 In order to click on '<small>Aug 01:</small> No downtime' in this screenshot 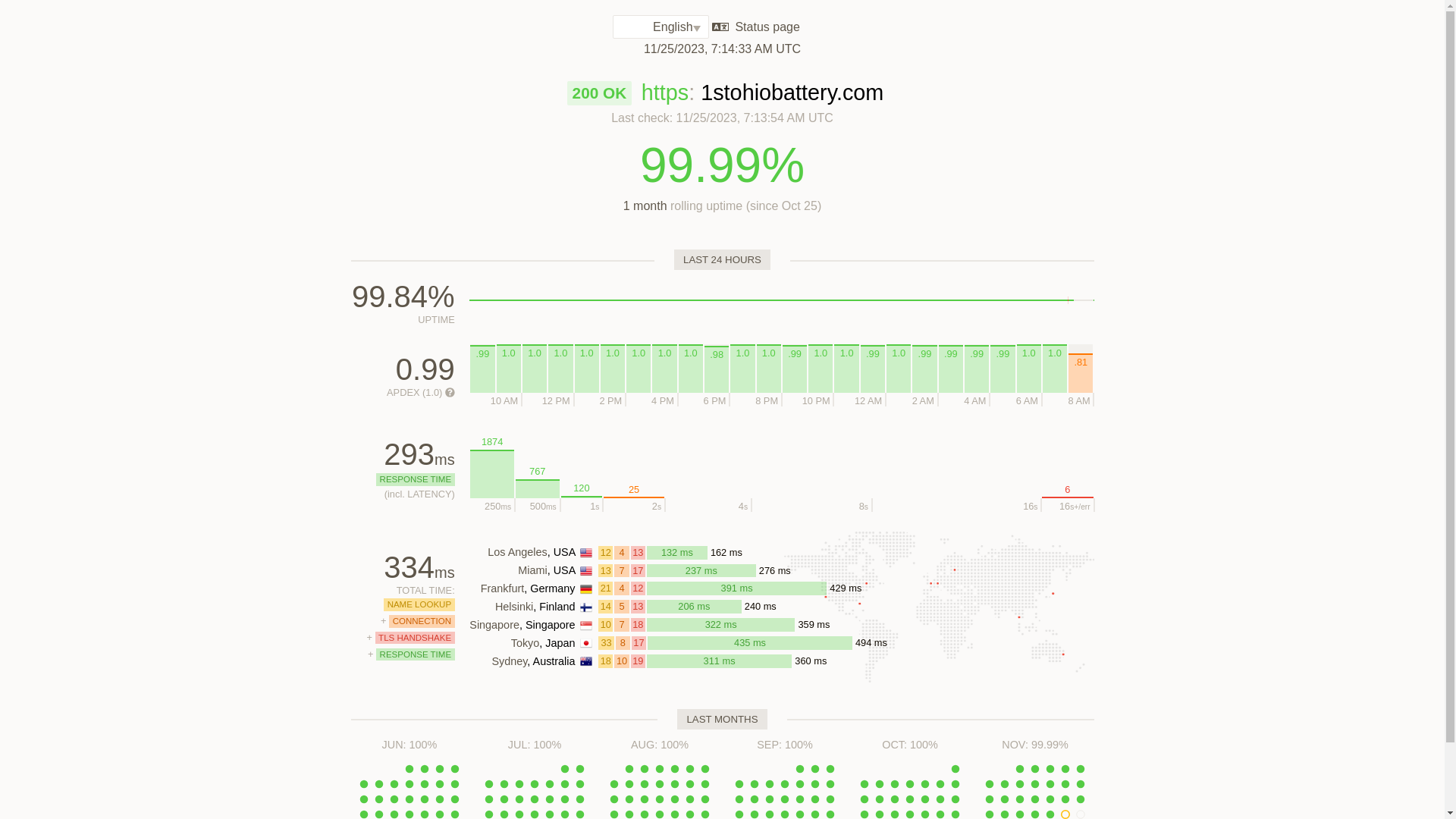, I will do `click(629, 769)`.